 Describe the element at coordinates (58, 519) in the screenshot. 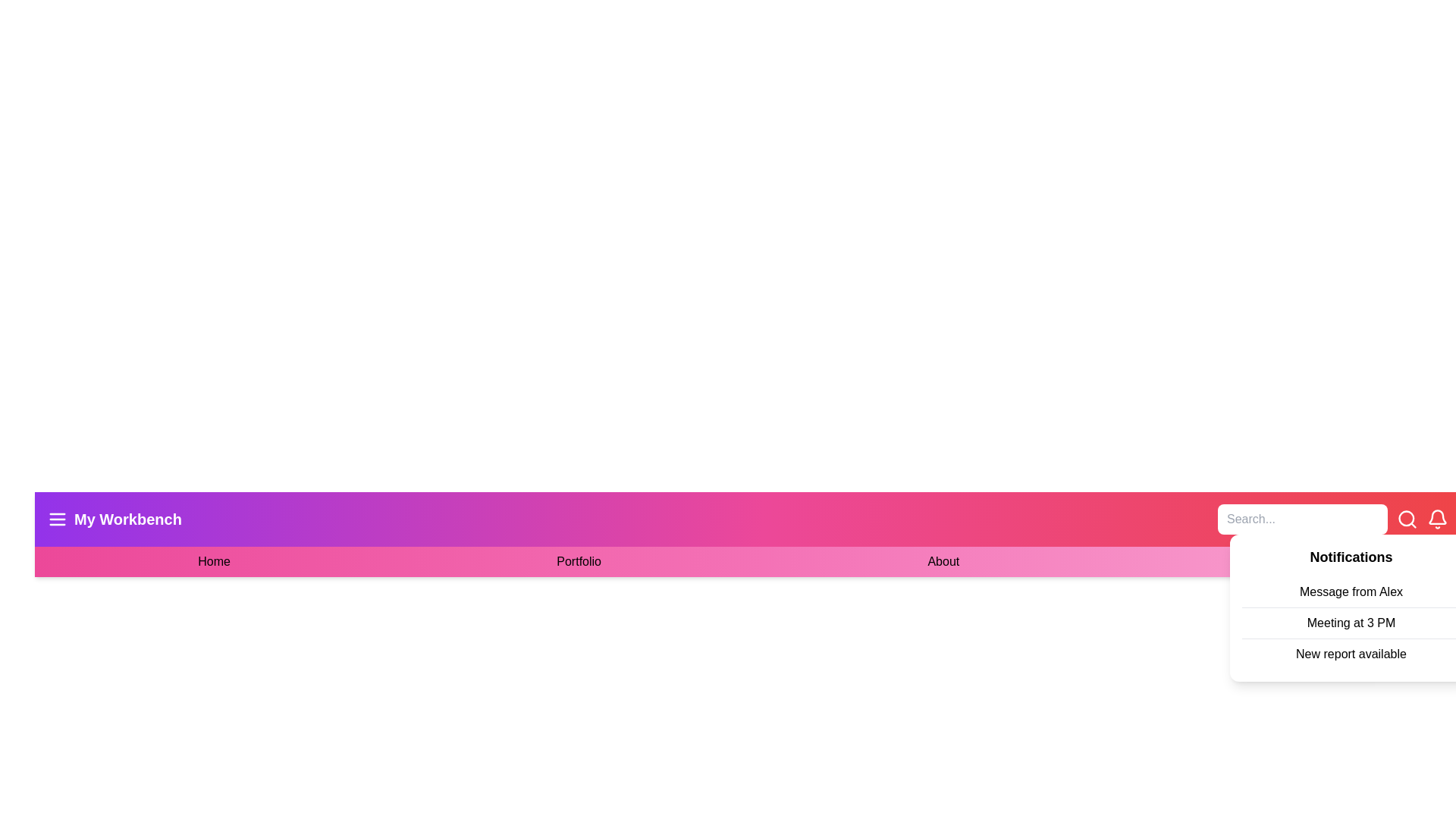

I see `the navigation drawer icon located to the left of the 'My Workbench' text in the top-left corner of the interface` at that location.